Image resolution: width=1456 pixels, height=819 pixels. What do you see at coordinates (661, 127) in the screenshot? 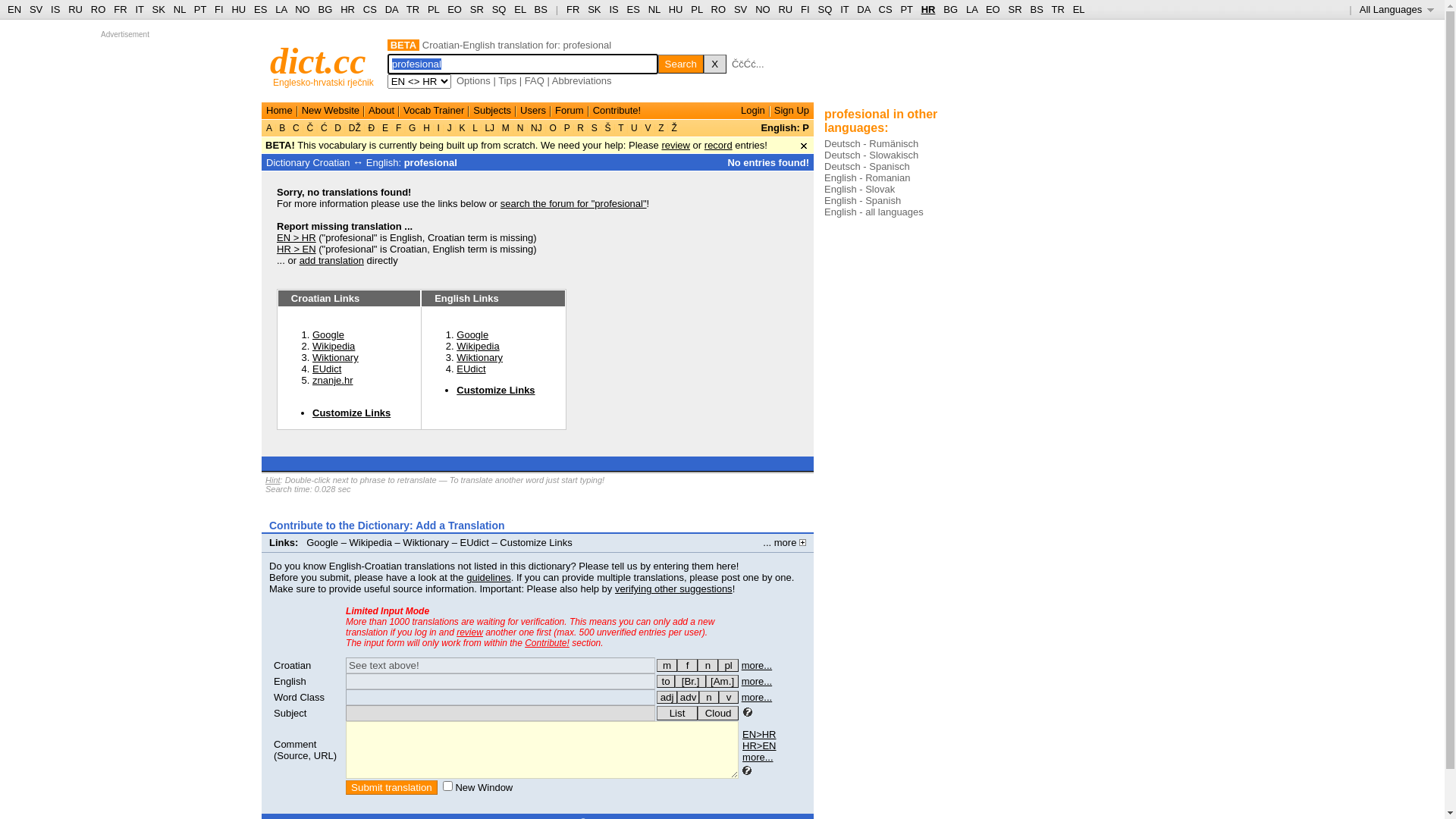
I see `'Z'` at bounding box center [661, 127].